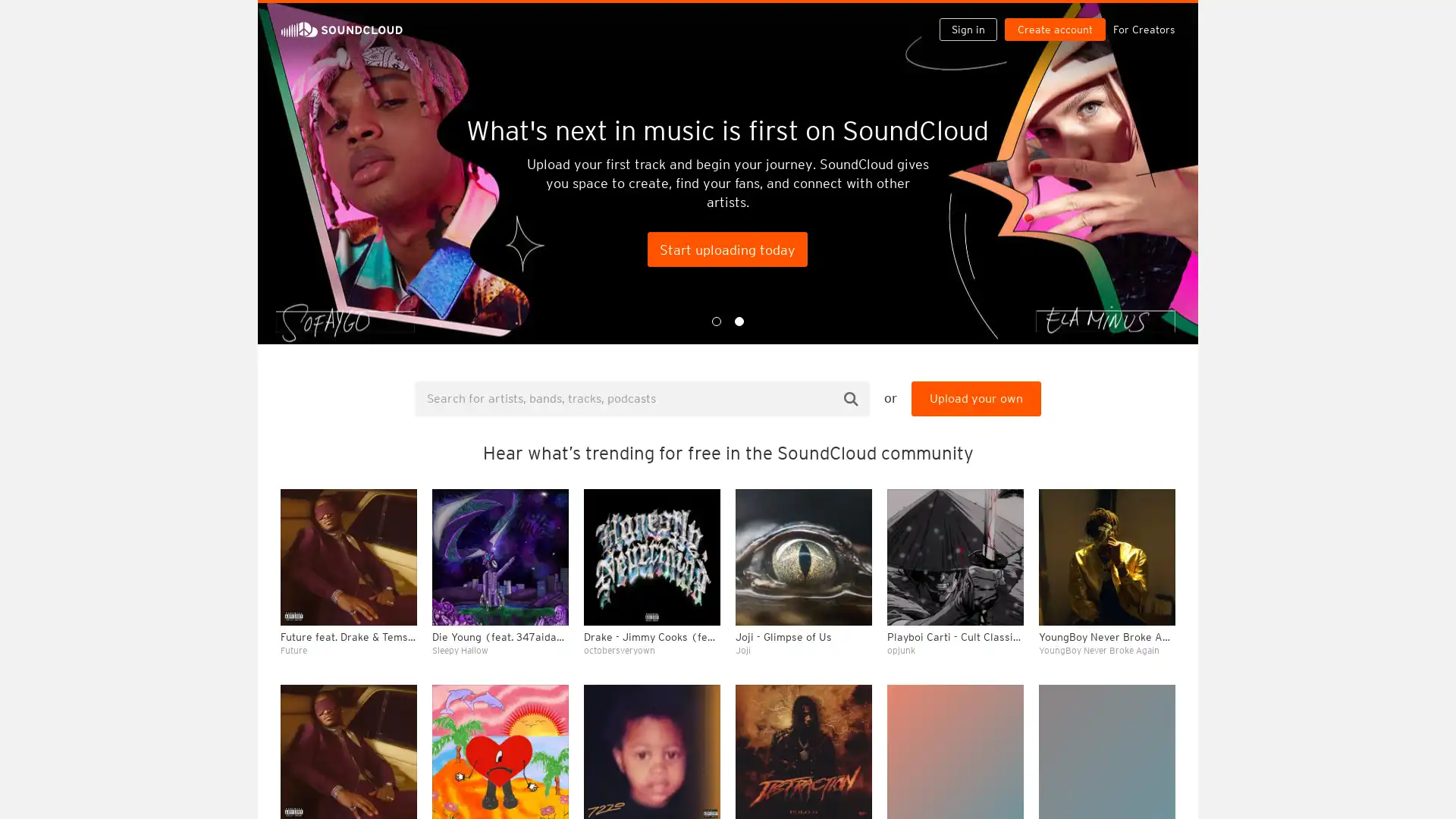 The height and width of the screenshot is (819, 1456). Describe the element at coordinates (1058, 17) in the screenshot. I see `Create a SoundCloud account` at that location.